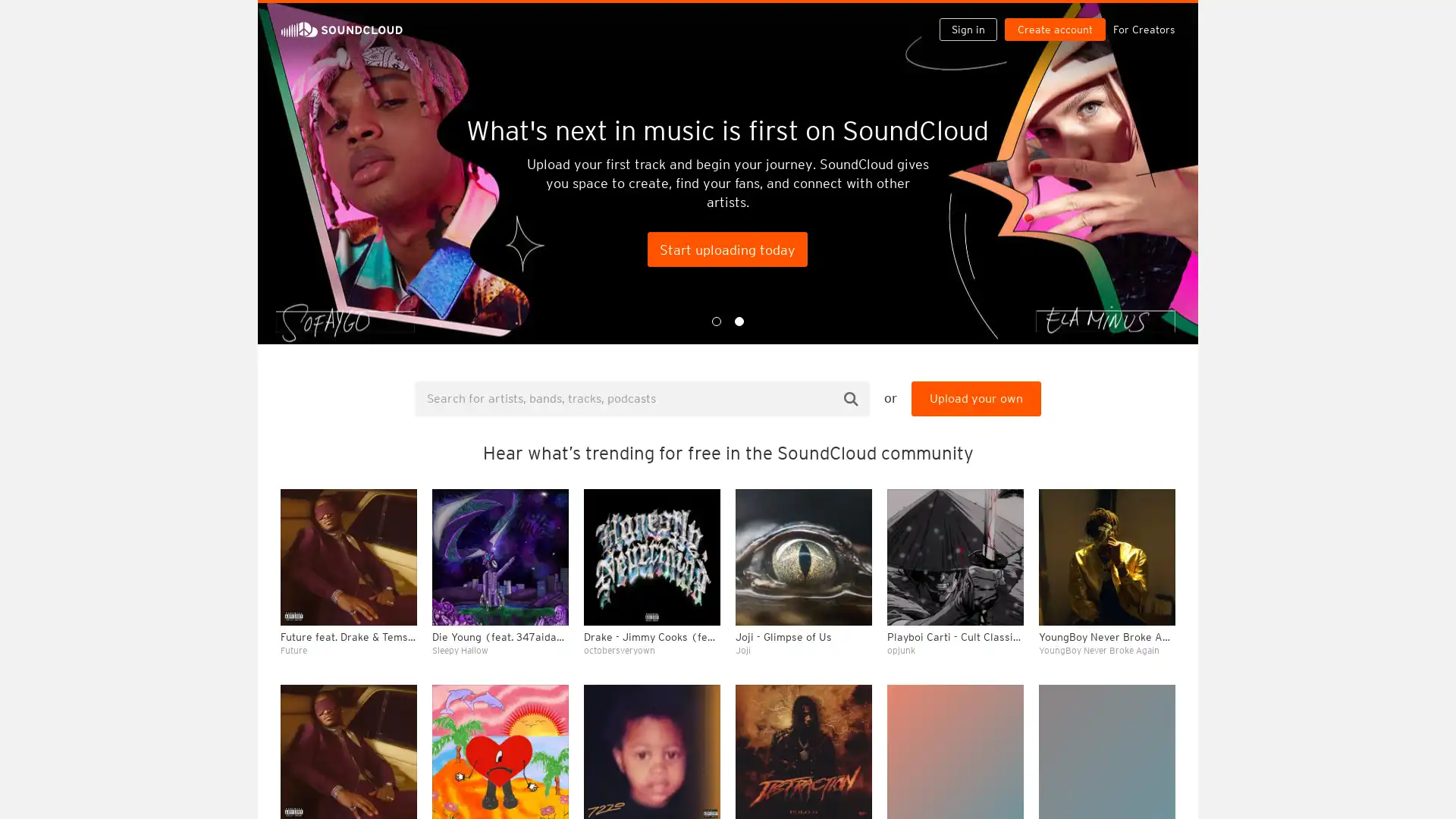 The height and width of the screenshot is (819, 1456). Describe the element at coordinates (1058, 17) in the screenshot. I see `Create a SoundCloud account` at that location.